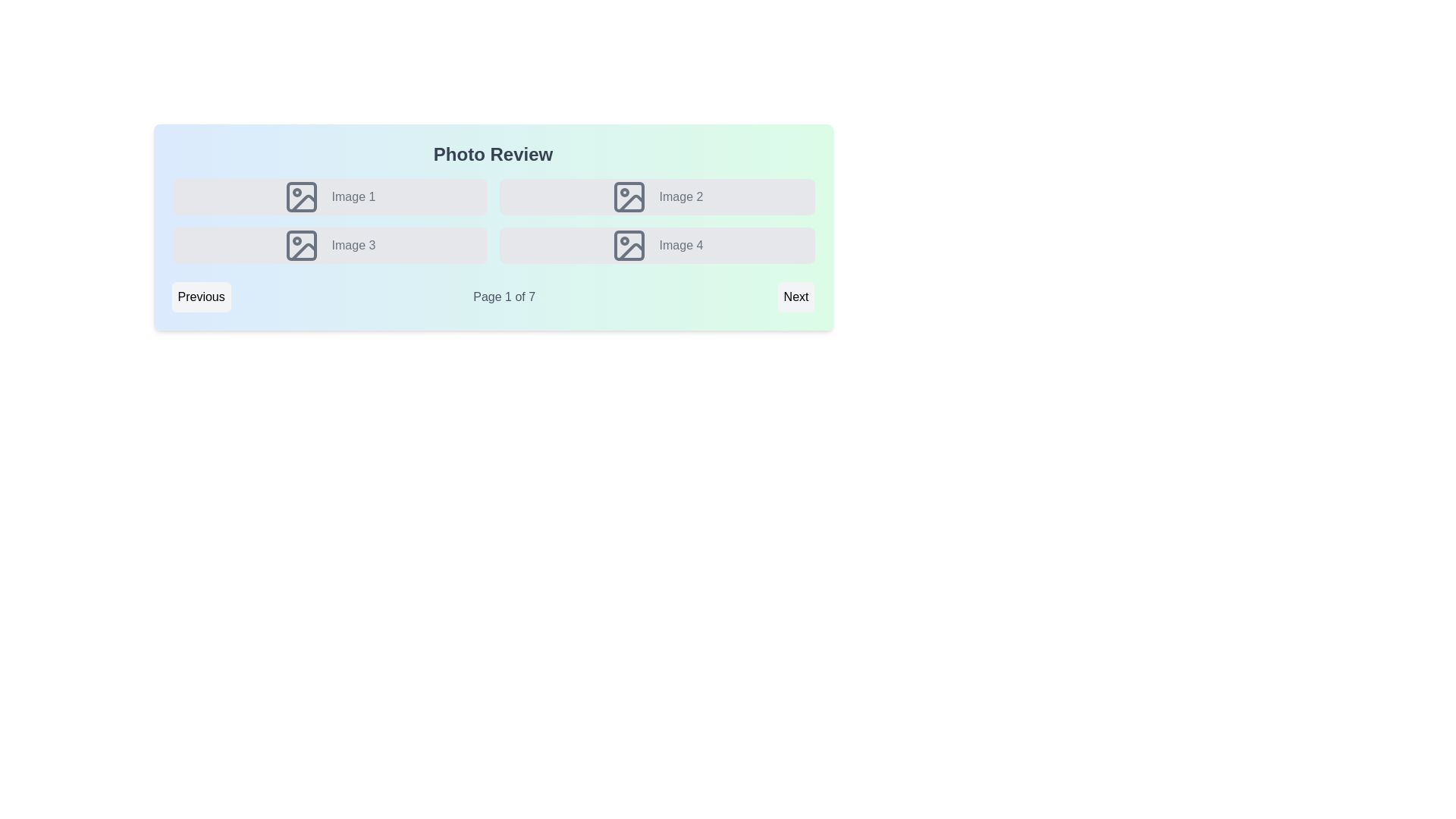  What do you see at coordinates (301, 245) in the screenshot?
I see `the illustrative icon representing 'Image 3', which is the second element in the second row of the grid layout` at bounding box center [301, 245].